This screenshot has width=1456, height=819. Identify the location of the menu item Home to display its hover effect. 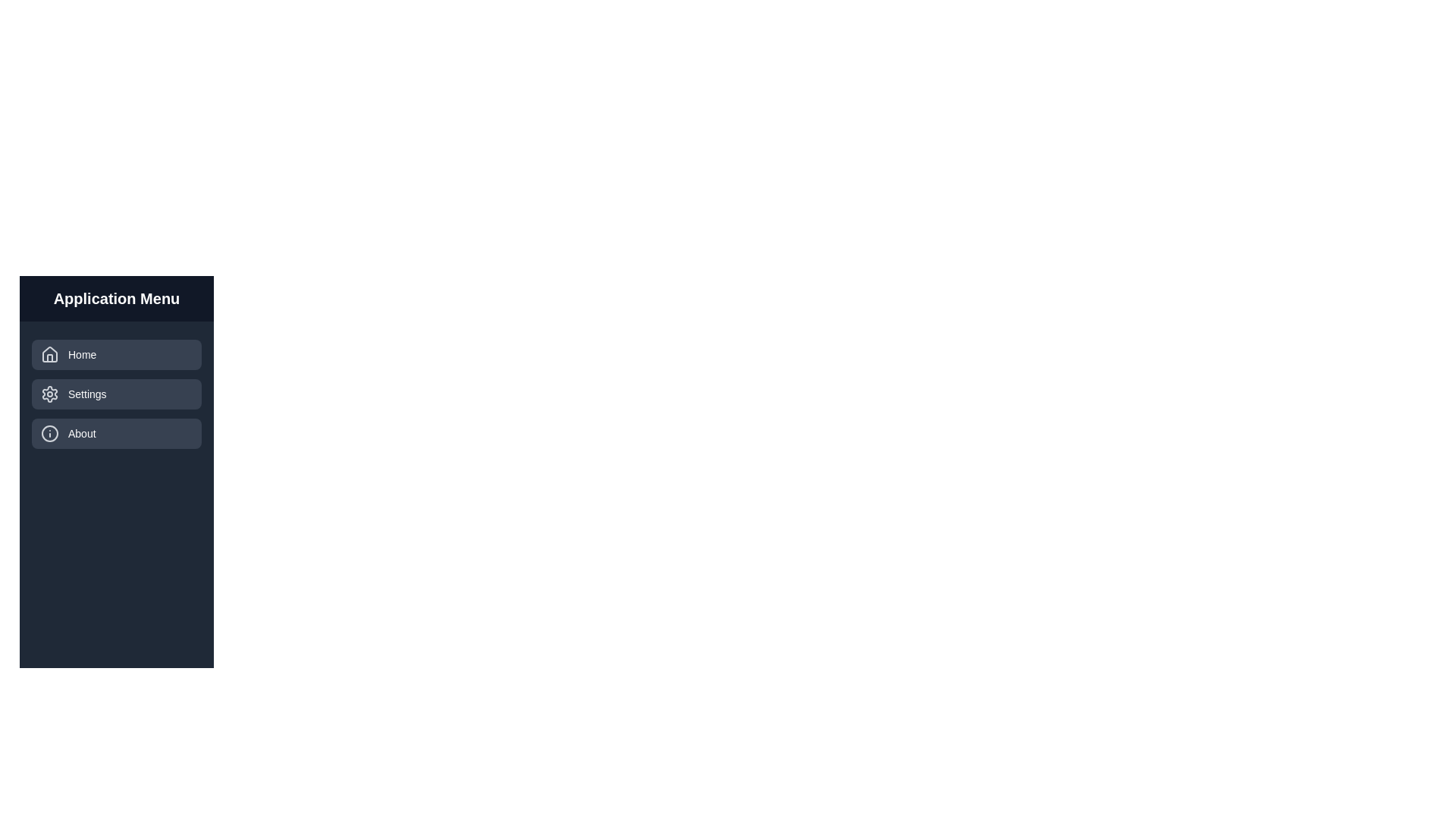
(115, 354).